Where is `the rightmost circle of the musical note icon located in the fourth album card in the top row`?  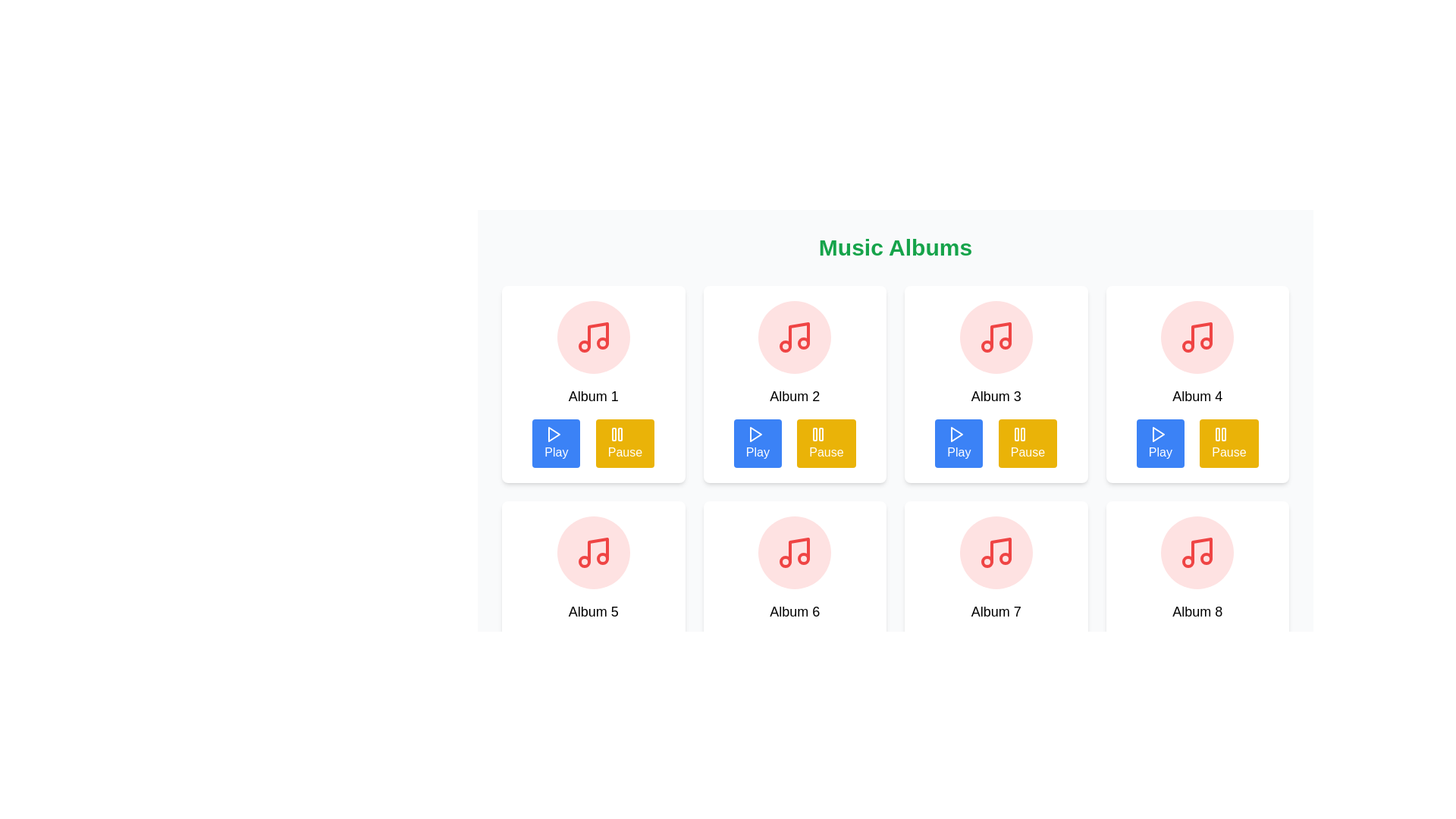
the rightmost circle of the musical note icon located in the fourth album card in the top row is located at coordinates (1206, 343).